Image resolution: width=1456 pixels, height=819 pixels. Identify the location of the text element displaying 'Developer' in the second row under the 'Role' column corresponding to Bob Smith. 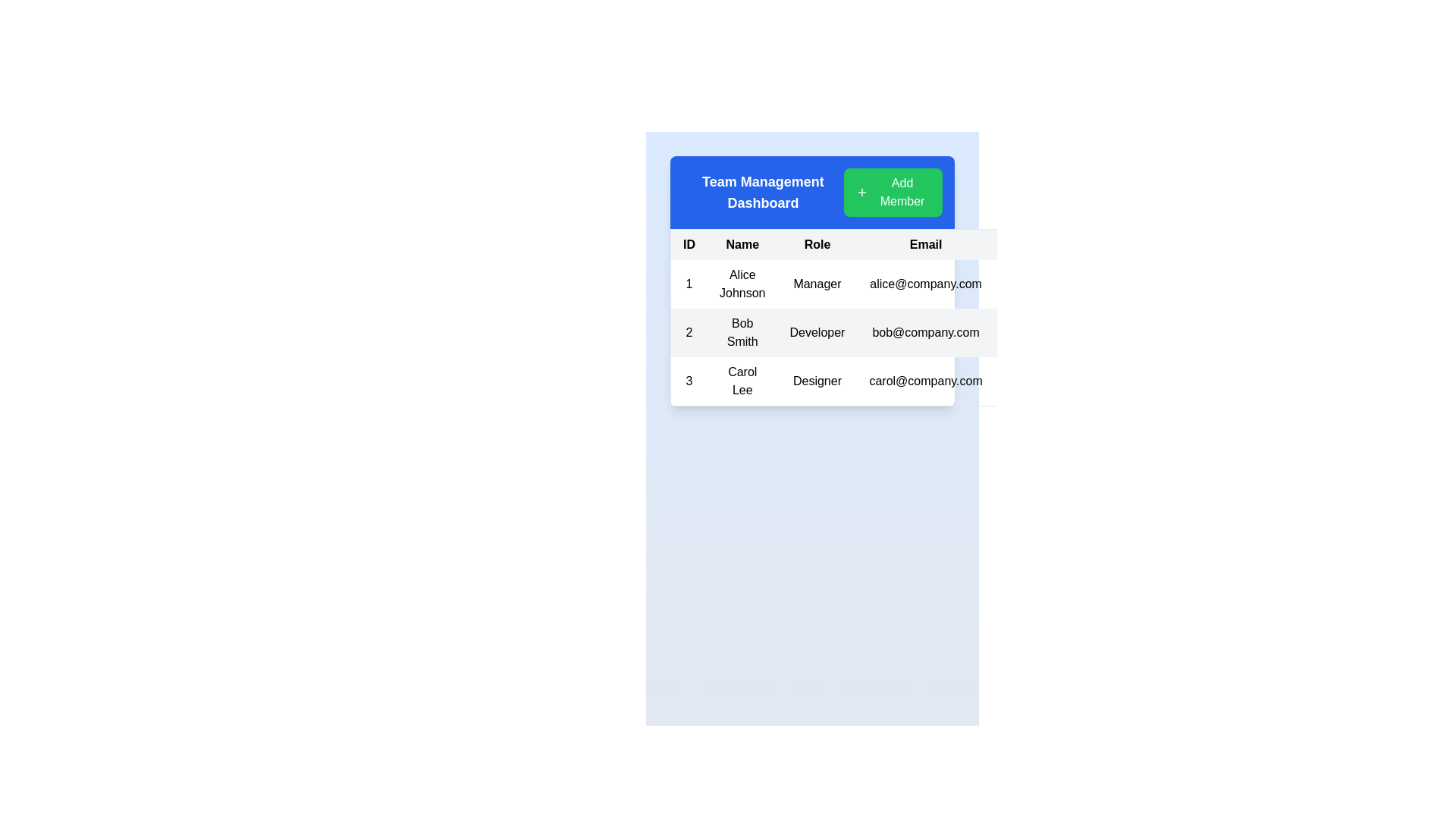
(816, 332).